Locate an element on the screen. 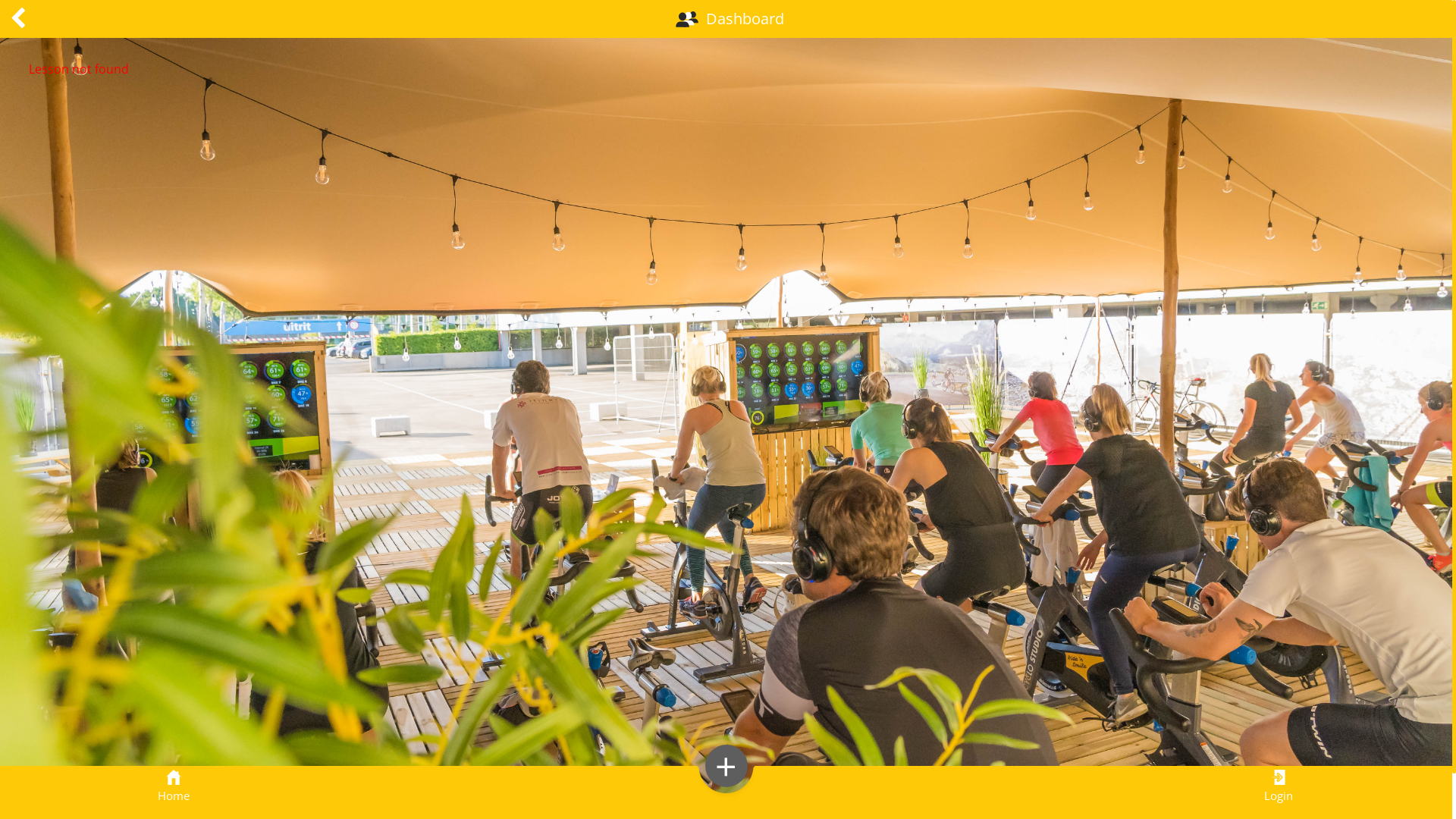 The width and height of the screenshot is (1456, 819). '+' is located at coordinates (726, 766).